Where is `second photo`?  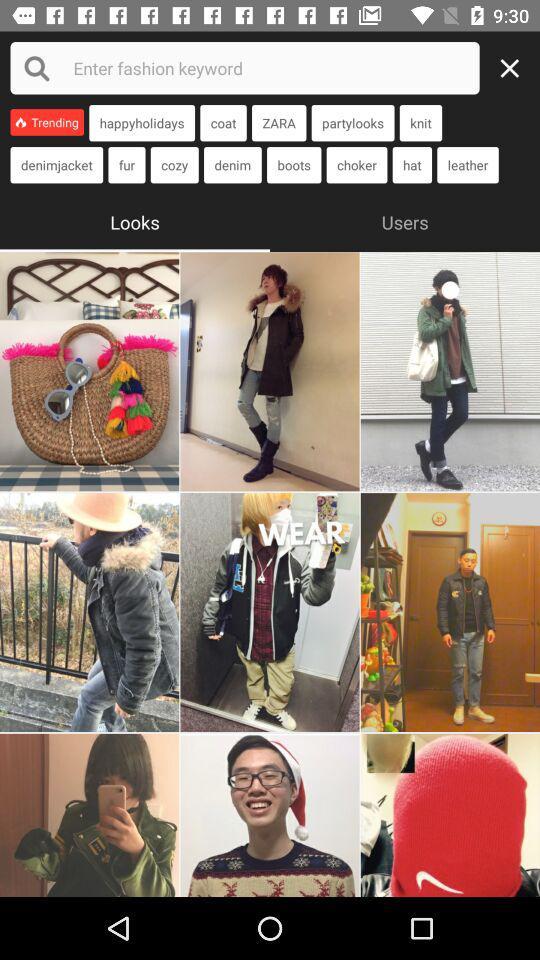 second photo is located at coordinates (270, 370).